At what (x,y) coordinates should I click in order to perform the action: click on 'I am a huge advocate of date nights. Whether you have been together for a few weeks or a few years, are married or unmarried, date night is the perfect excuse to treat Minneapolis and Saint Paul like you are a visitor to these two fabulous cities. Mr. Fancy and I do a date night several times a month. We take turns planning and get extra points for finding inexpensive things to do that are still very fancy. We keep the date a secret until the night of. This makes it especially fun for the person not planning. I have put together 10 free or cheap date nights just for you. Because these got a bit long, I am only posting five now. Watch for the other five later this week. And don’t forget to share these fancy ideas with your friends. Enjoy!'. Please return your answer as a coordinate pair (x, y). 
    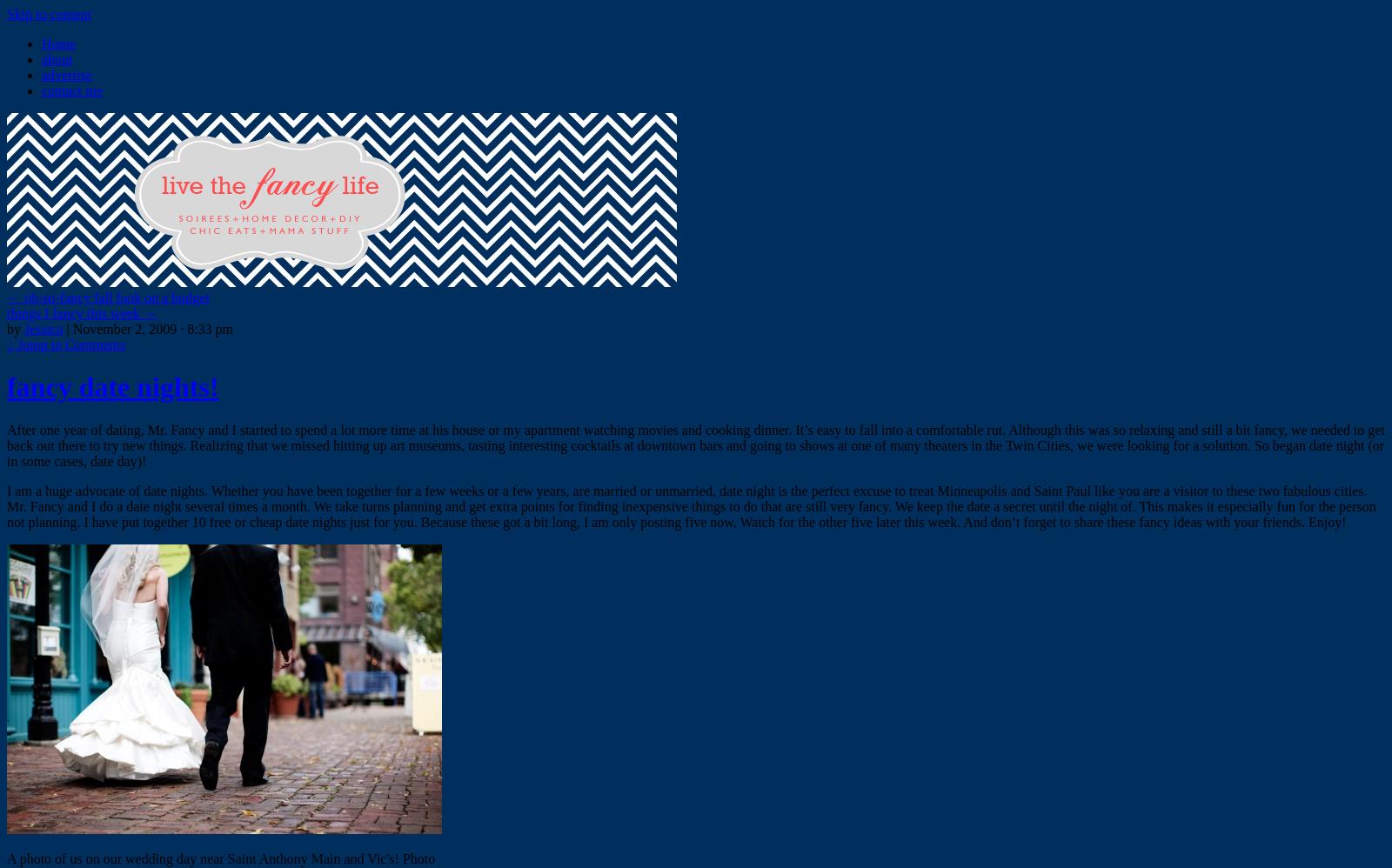
    Looking at the image, I should click on (6, 504).